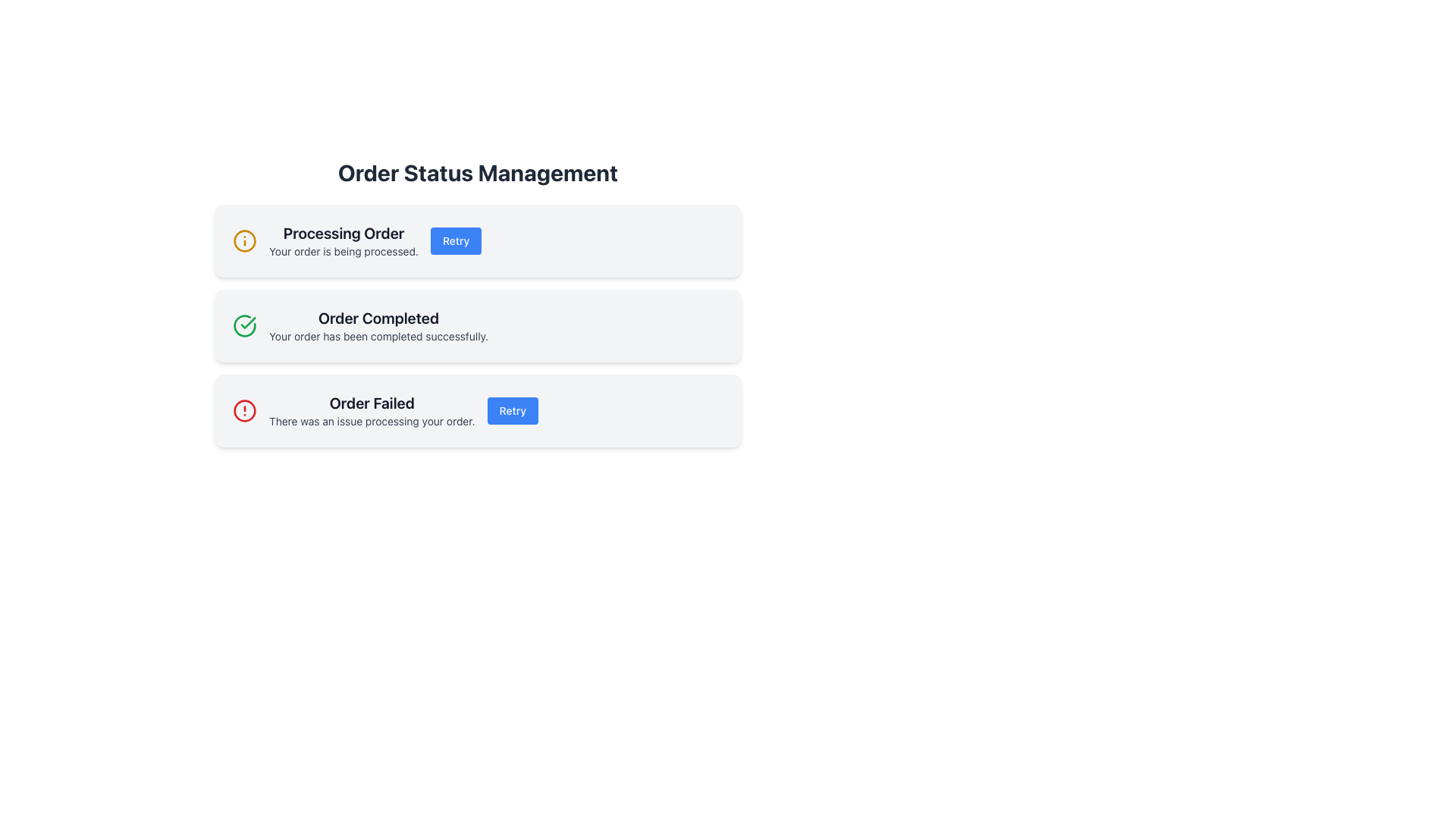 The height and width of the screenshot is (819, 1456). I want to click on the success icon indicating the completion of an order, which is located on the leftmost side of the 'Order Completed' status box, so click(244, 325).